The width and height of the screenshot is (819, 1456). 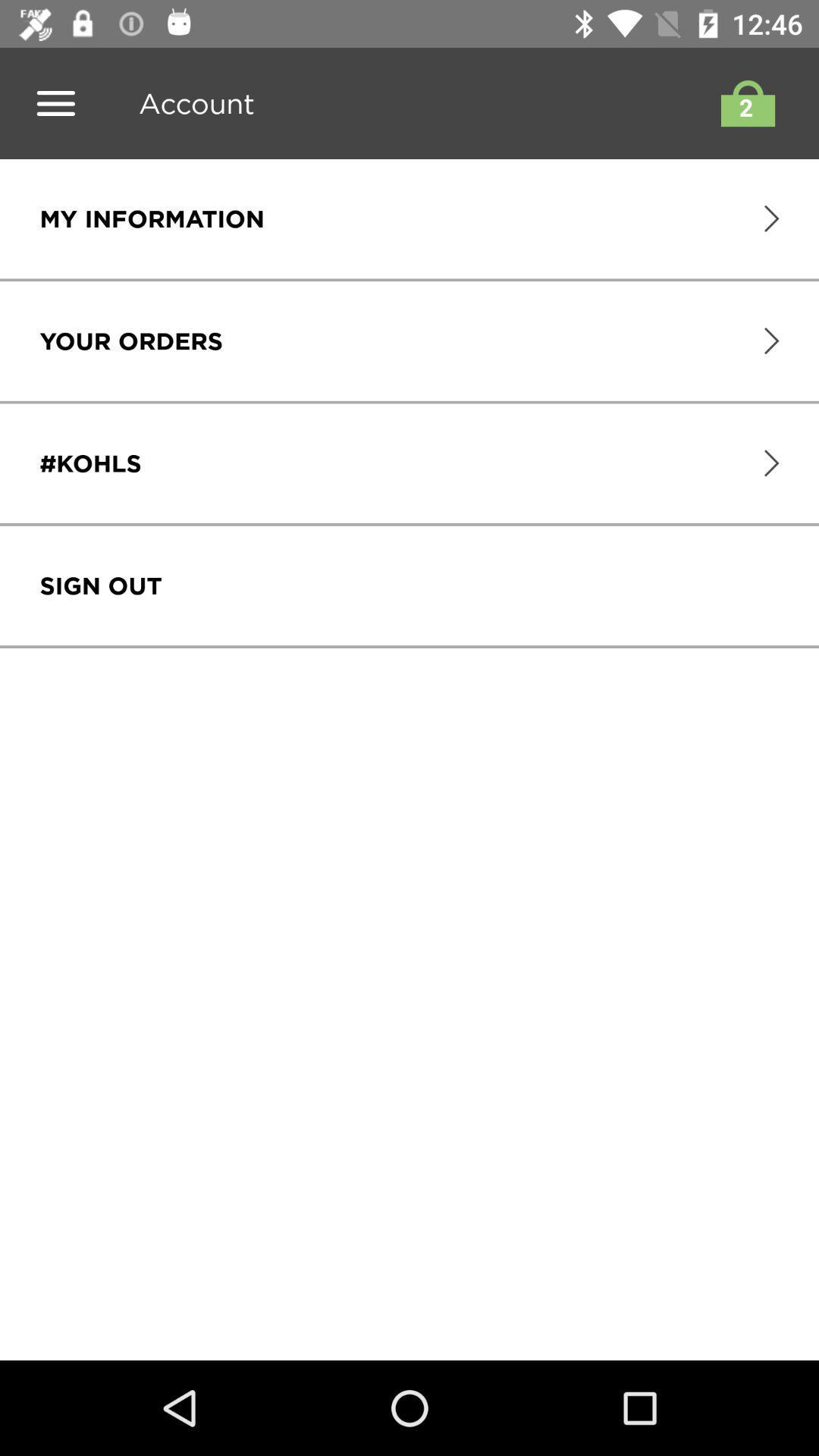 What do you see at coordinates (90, 463) in the screenshot?
I see `item below the your orders icon` at bounding box center [90, 463].